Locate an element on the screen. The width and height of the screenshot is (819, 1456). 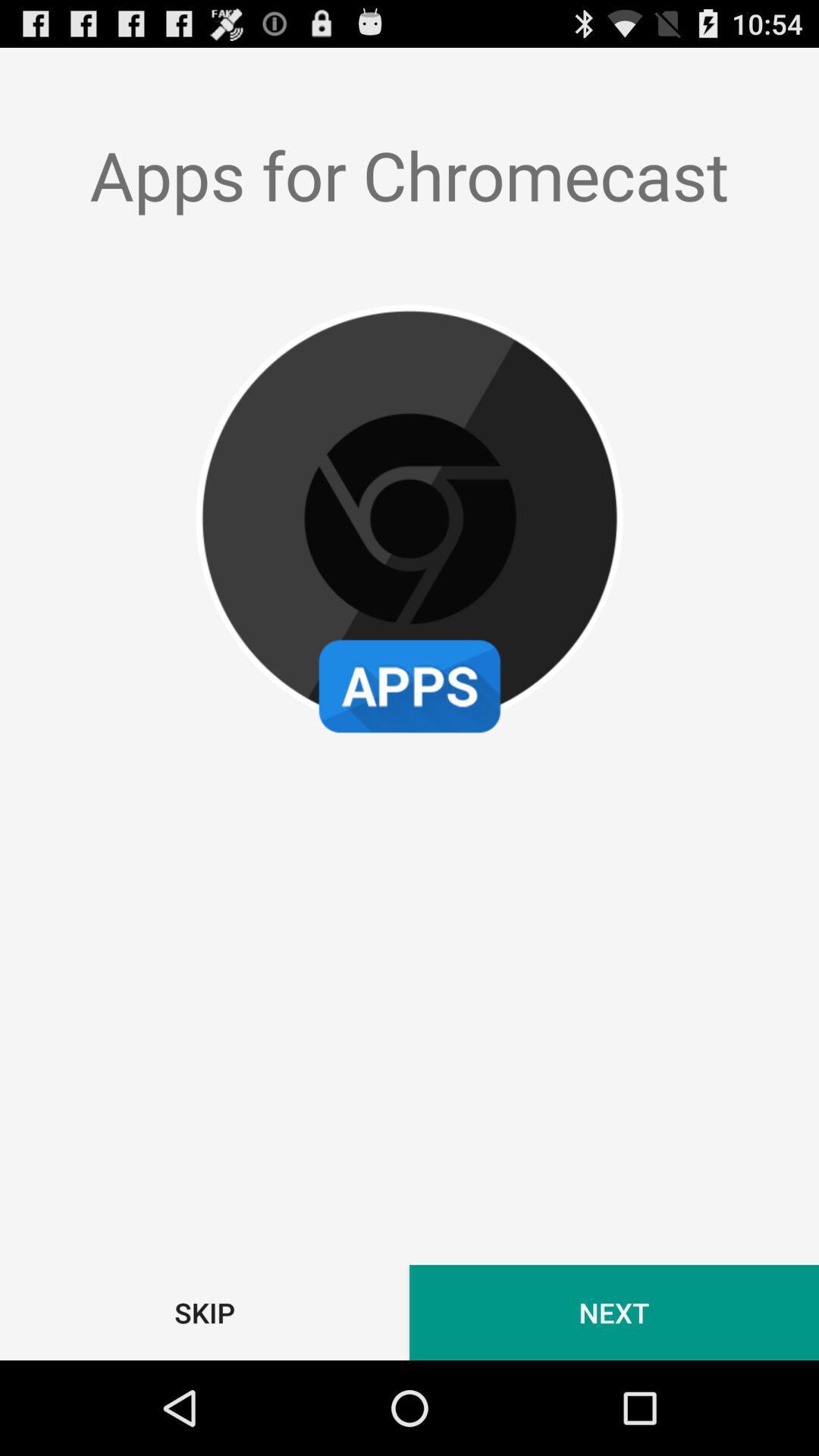
the next is located at coordinates (614, 1312).